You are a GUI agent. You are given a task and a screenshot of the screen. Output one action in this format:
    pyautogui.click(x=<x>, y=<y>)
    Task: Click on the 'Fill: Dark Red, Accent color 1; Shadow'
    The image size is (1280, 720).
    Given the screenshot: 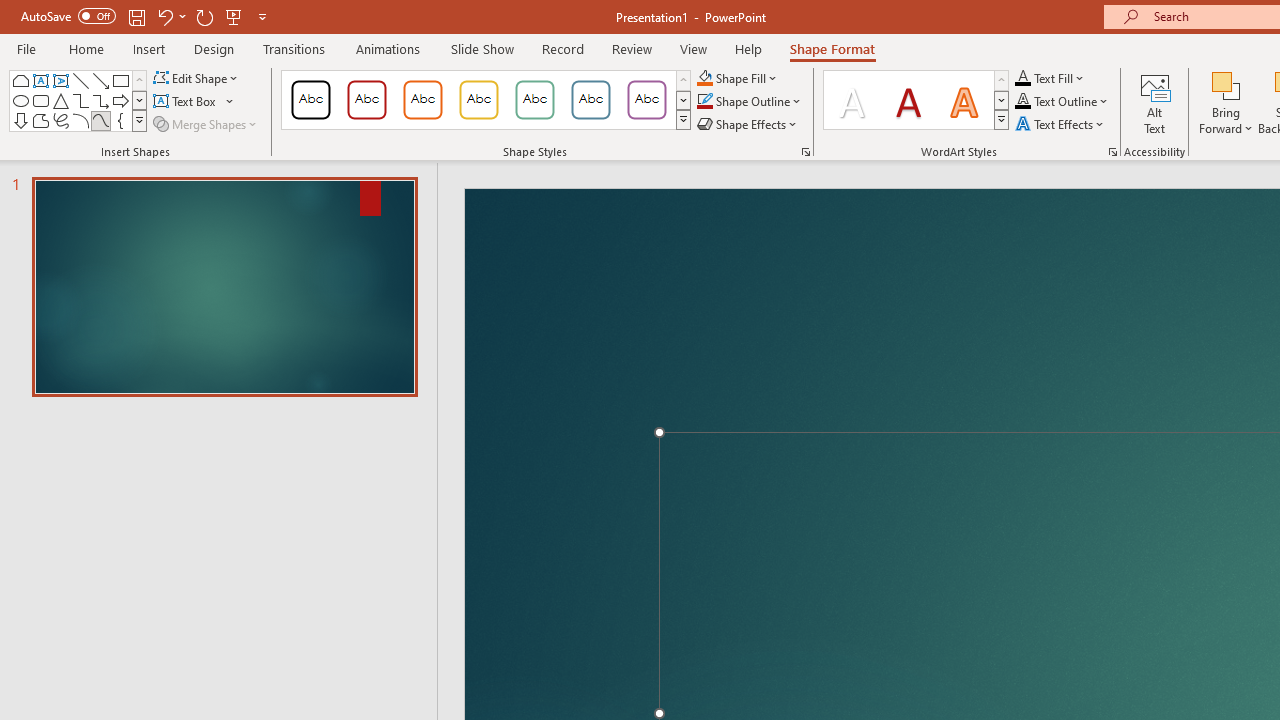 What is the action you would take?
    pyautogui.click(x=907, y=100)
    